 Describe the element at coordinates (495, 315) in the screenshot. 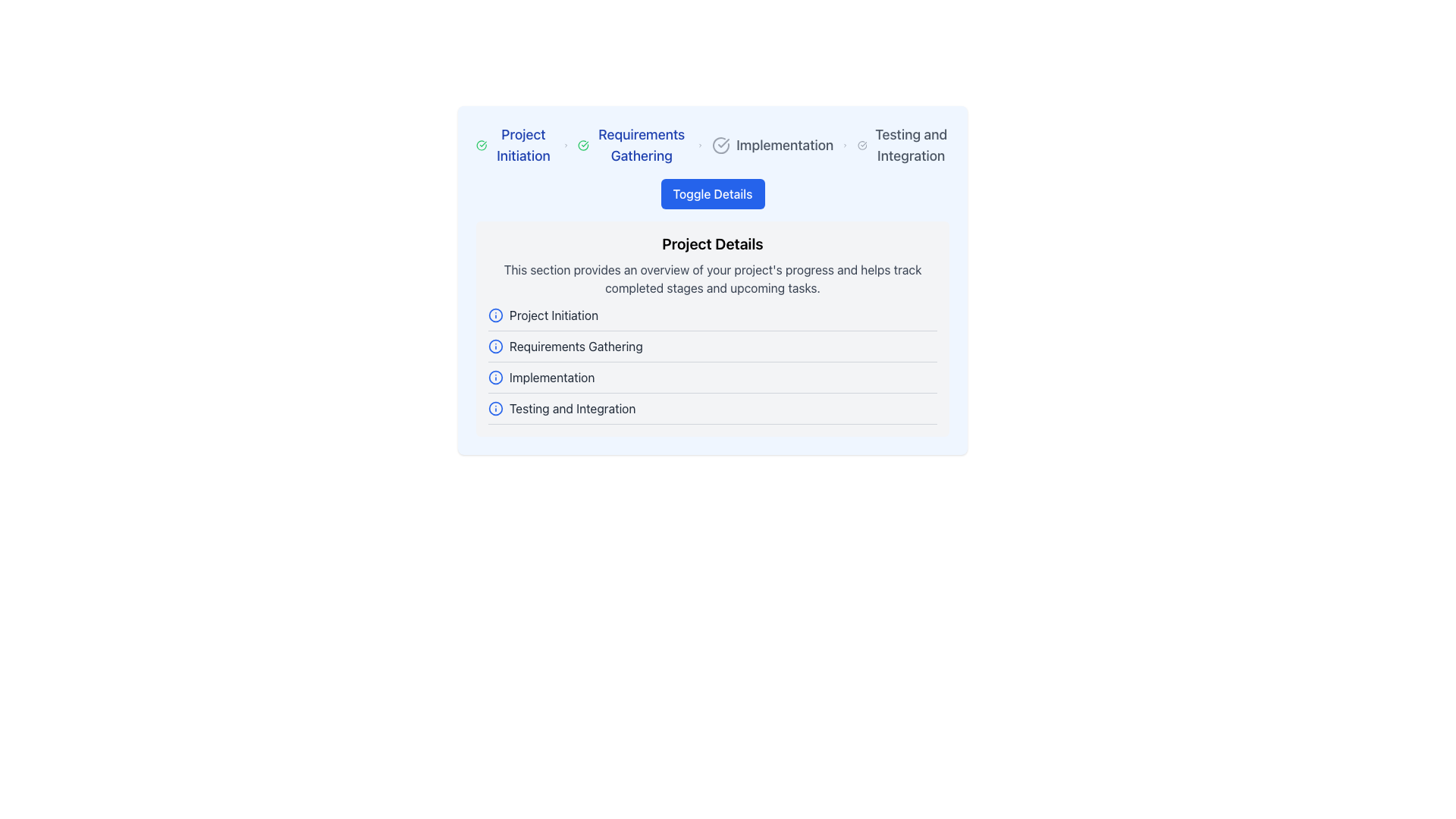

I see `the circular icon button with a blue border and 'i' symbol, located in the 'Project Details' section next to the 'Project Initiation' title` at that location.